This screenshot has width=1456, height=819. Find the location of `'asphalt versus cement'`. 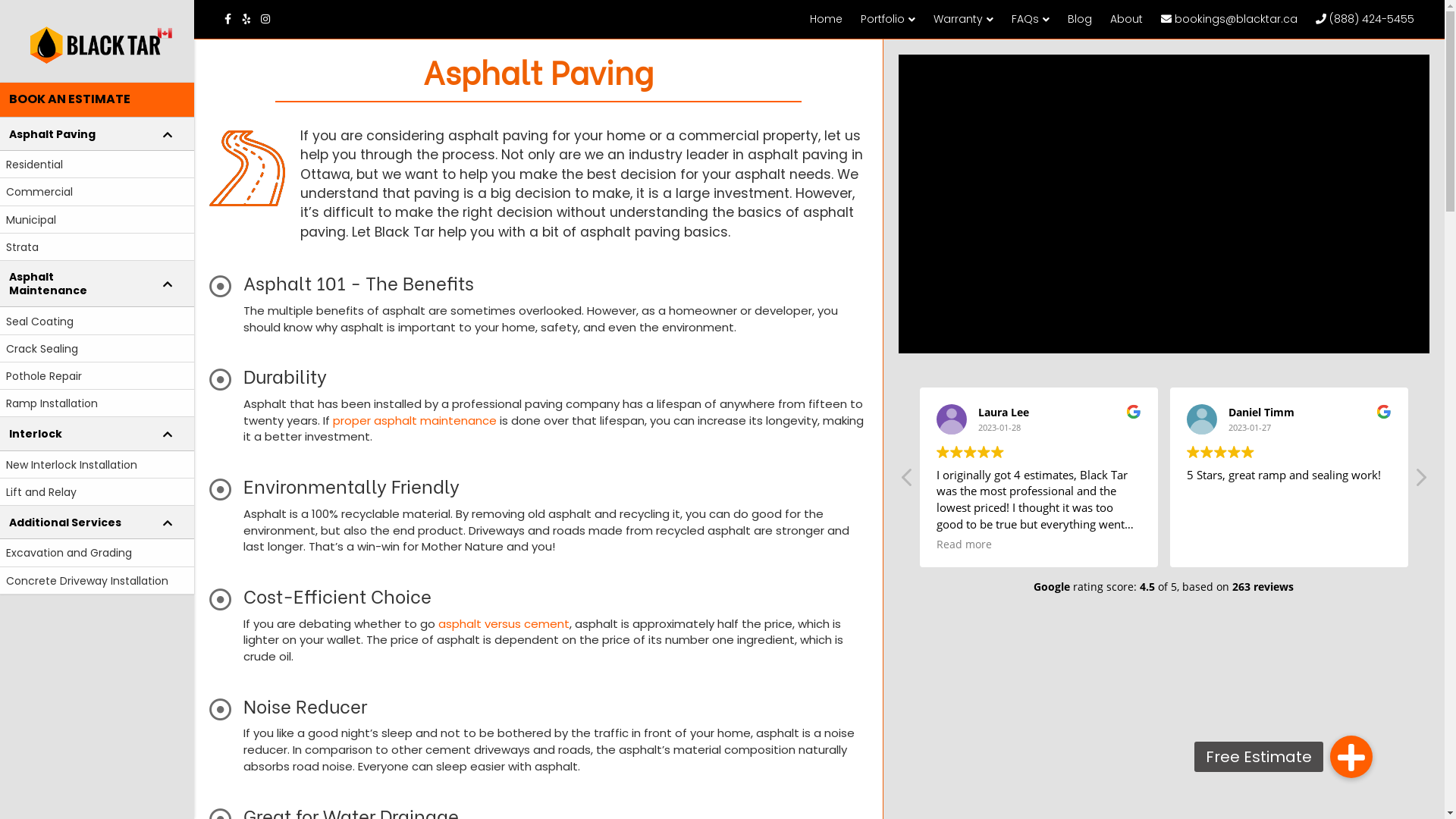

'asphalt versus cement' is located at coordinates (504, 623).